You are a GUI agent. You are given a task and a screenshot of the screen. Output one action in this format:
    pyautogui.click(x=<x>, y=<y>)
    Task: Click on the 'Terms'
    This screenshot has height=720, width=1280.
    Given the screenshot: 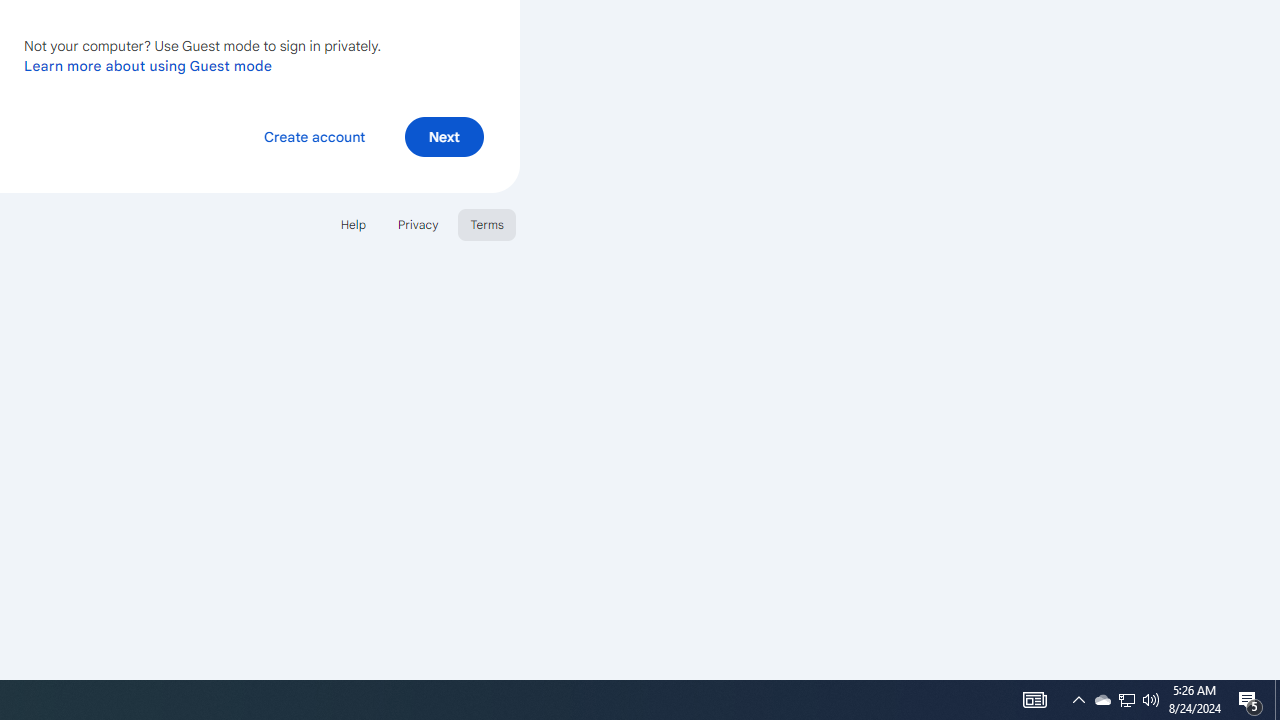 What is the action you would take?
    pyautogui.click(x=487, y=224)
    